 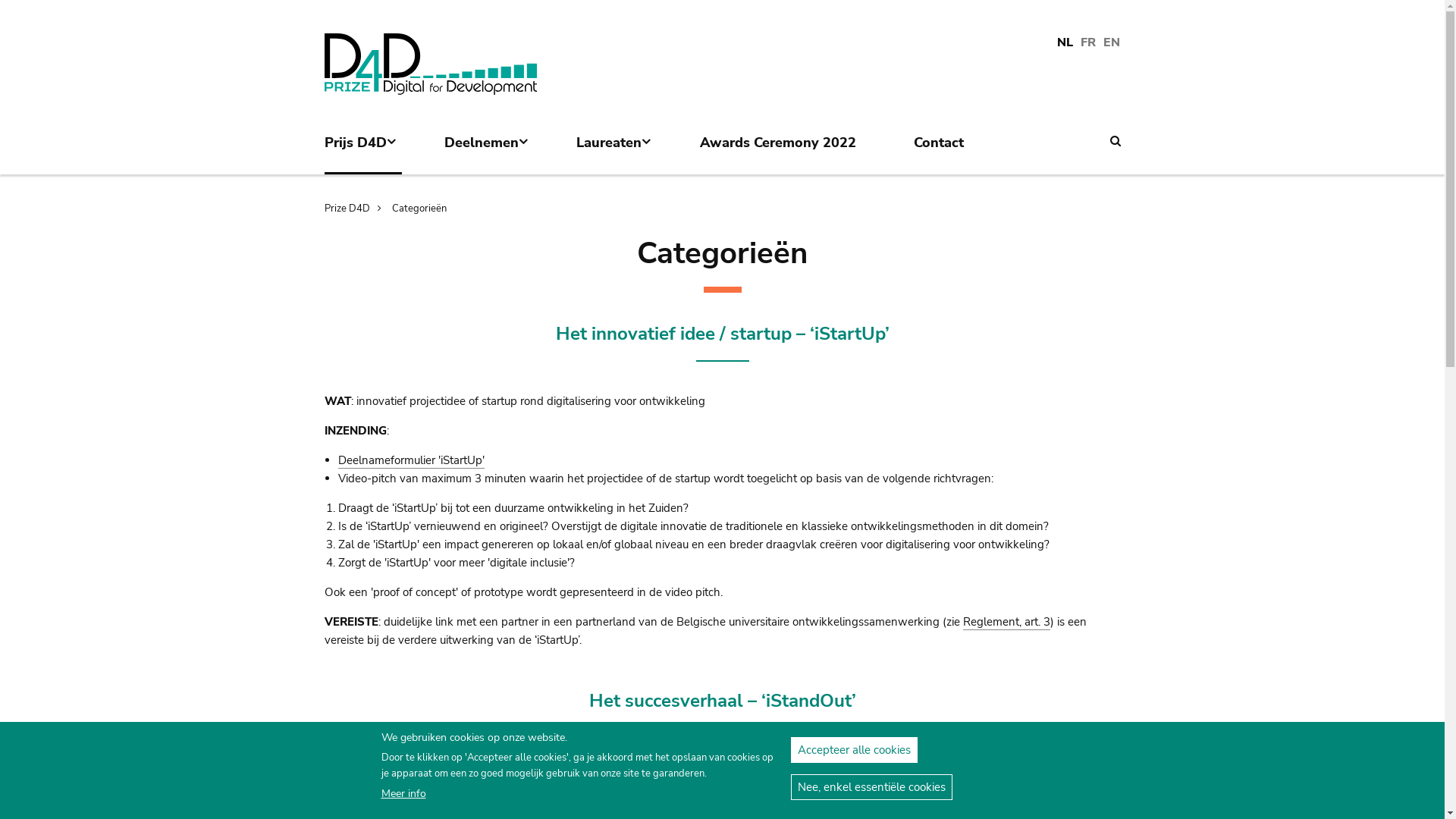 What do you see at coordinates (946, 151) in the screenshot?
I see `'Contact'` at bounding box center [946, 151].